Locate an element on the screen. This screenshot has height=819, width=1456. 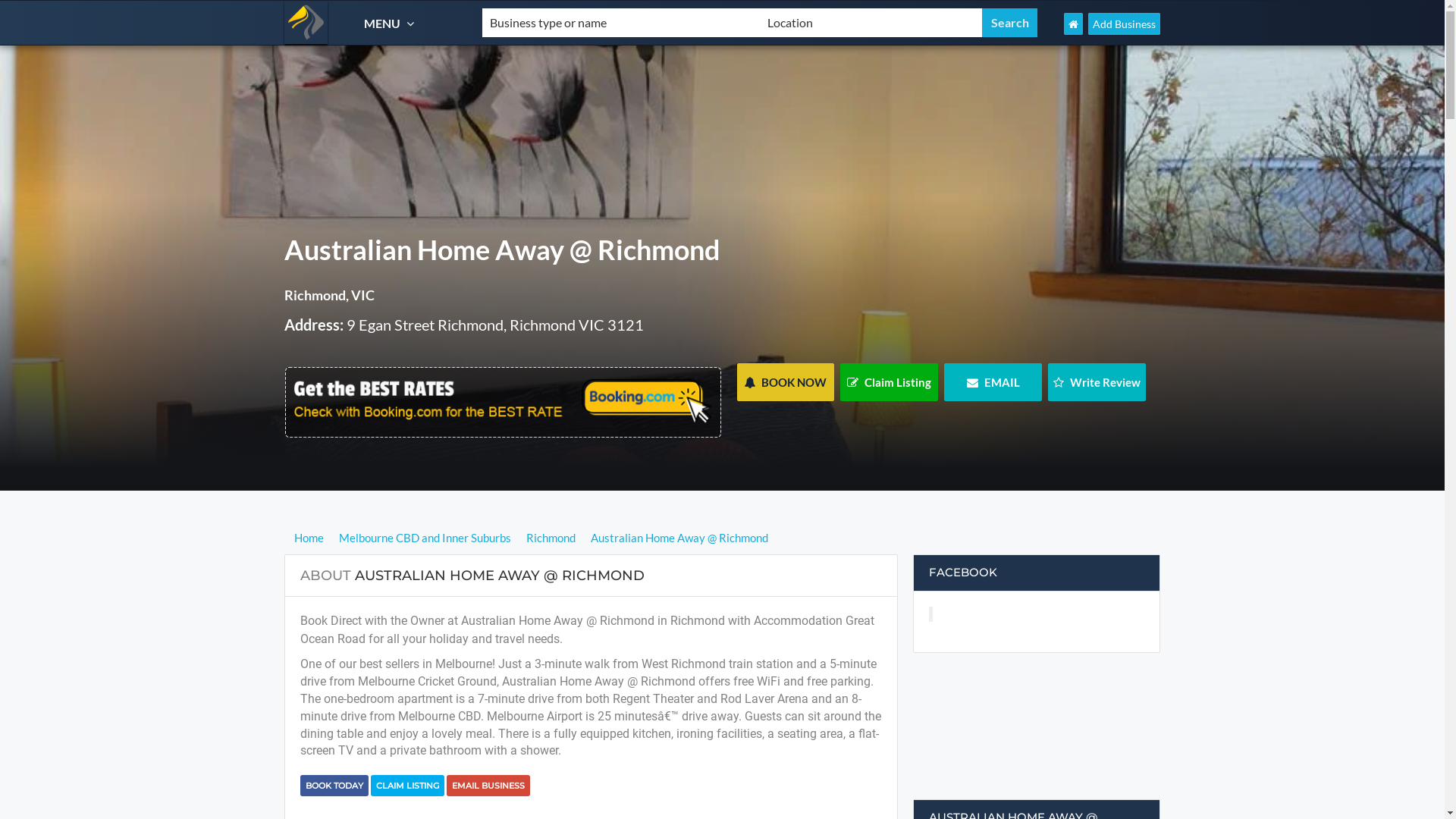
'Richmond' is located at coordinates (521, 537).